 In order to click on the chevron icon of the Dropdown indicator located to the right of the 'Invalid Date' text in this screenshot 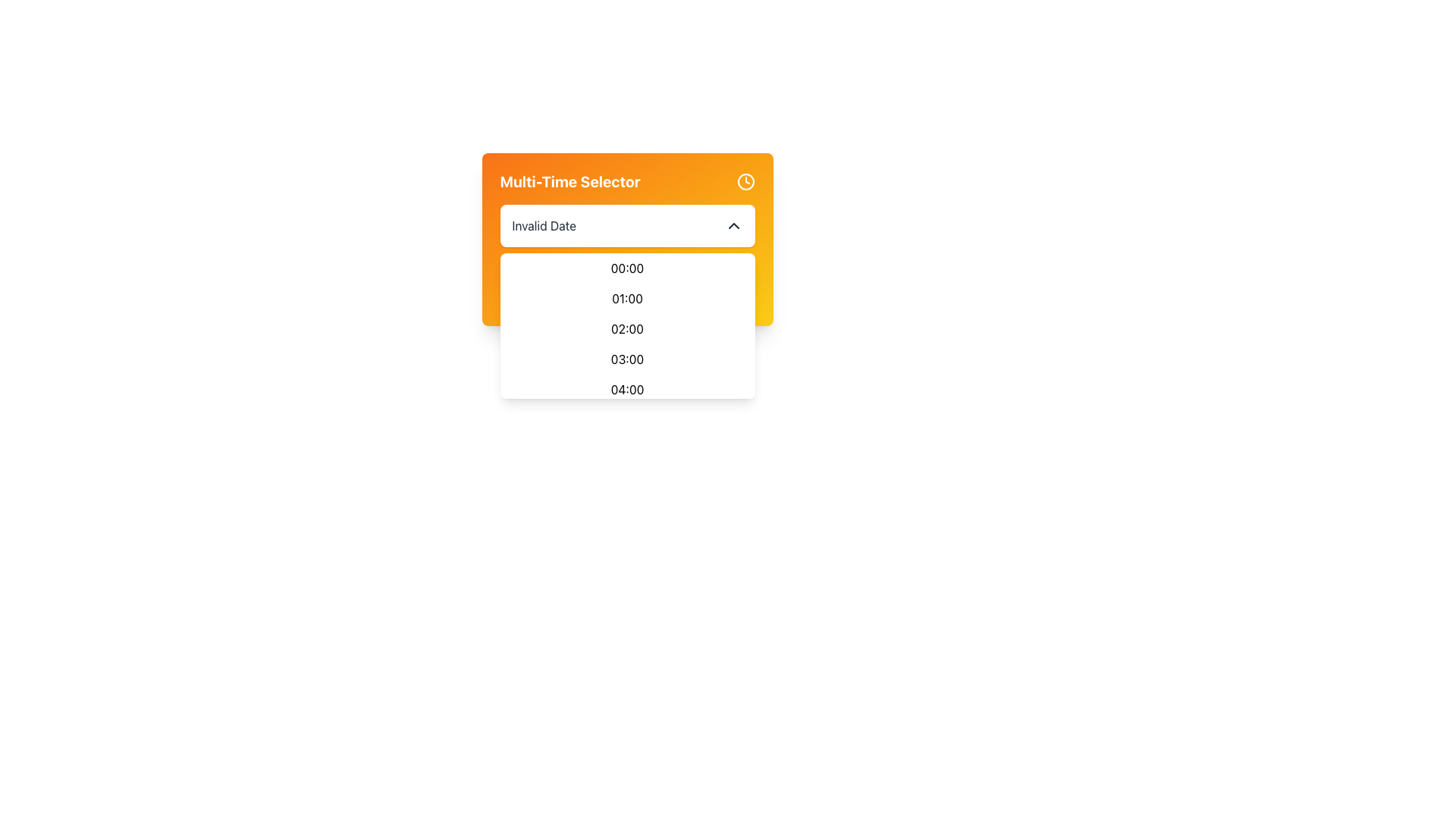, I will do `click(733, 225)`.